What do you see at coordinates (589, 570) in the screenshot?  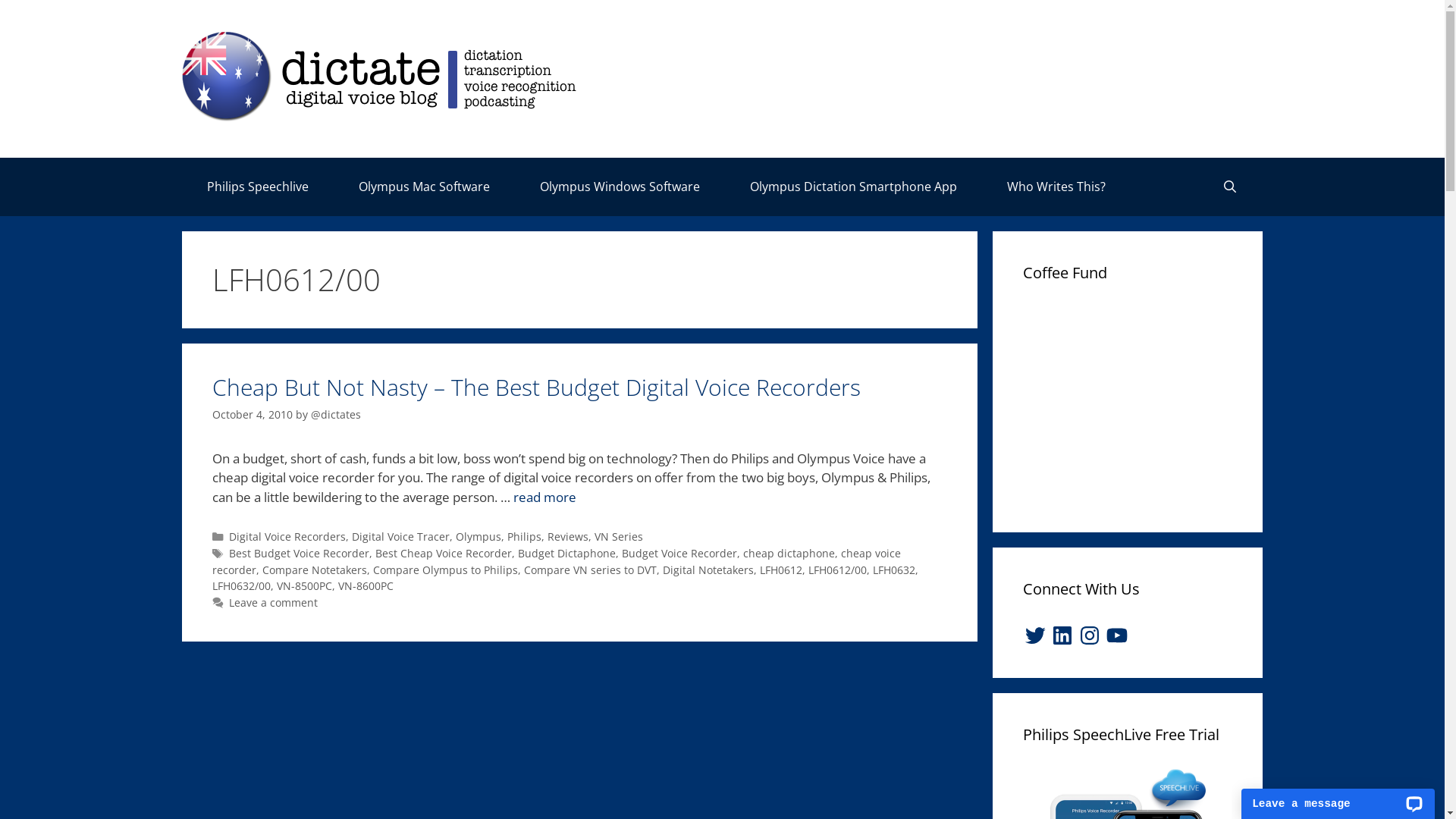 I see `'Compare VN series to DVT'` at bounding box center [589, 570].